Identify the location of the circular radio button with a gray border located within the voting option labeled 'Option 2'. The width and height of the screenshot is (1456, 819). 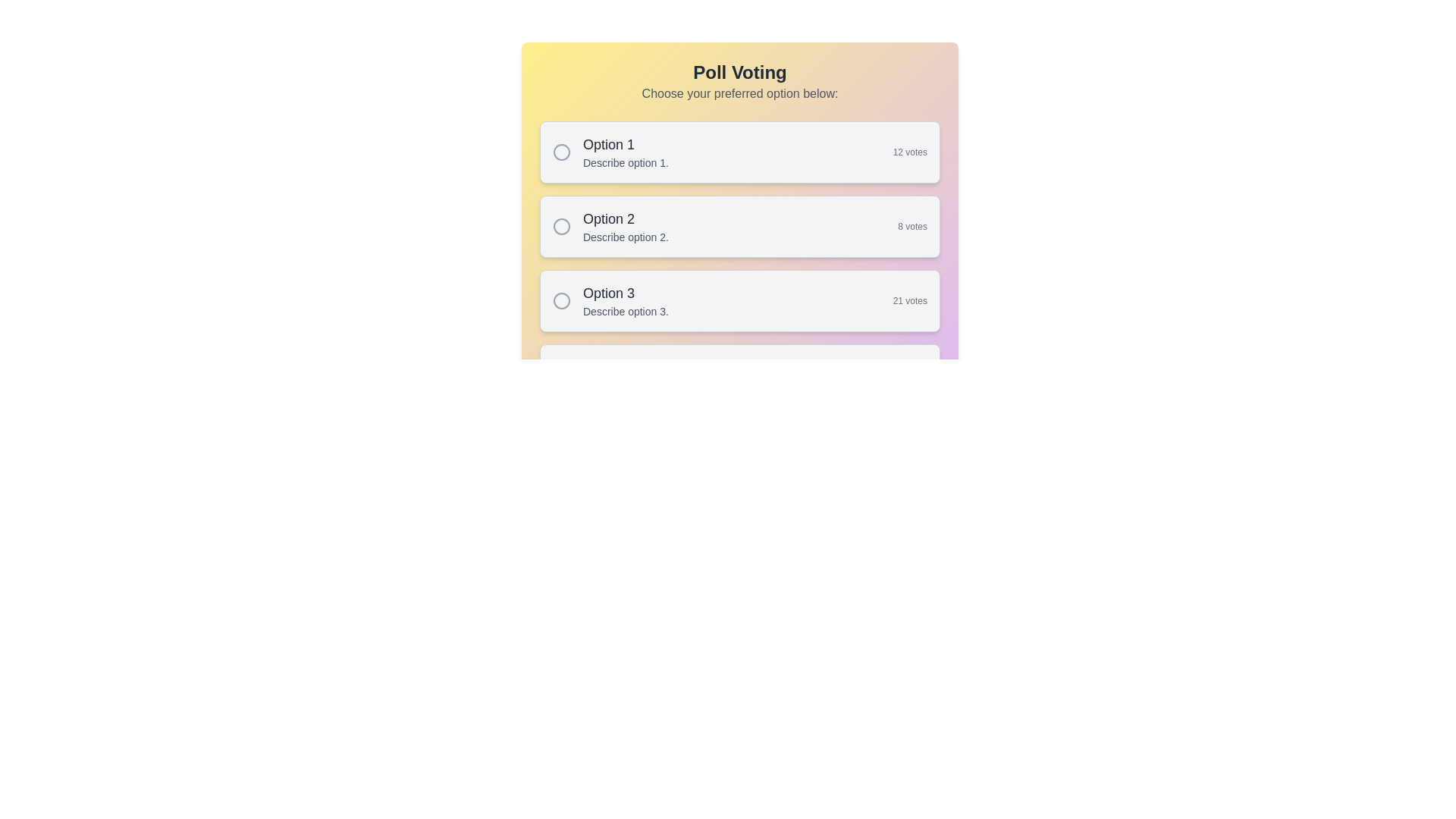
(560, 227).